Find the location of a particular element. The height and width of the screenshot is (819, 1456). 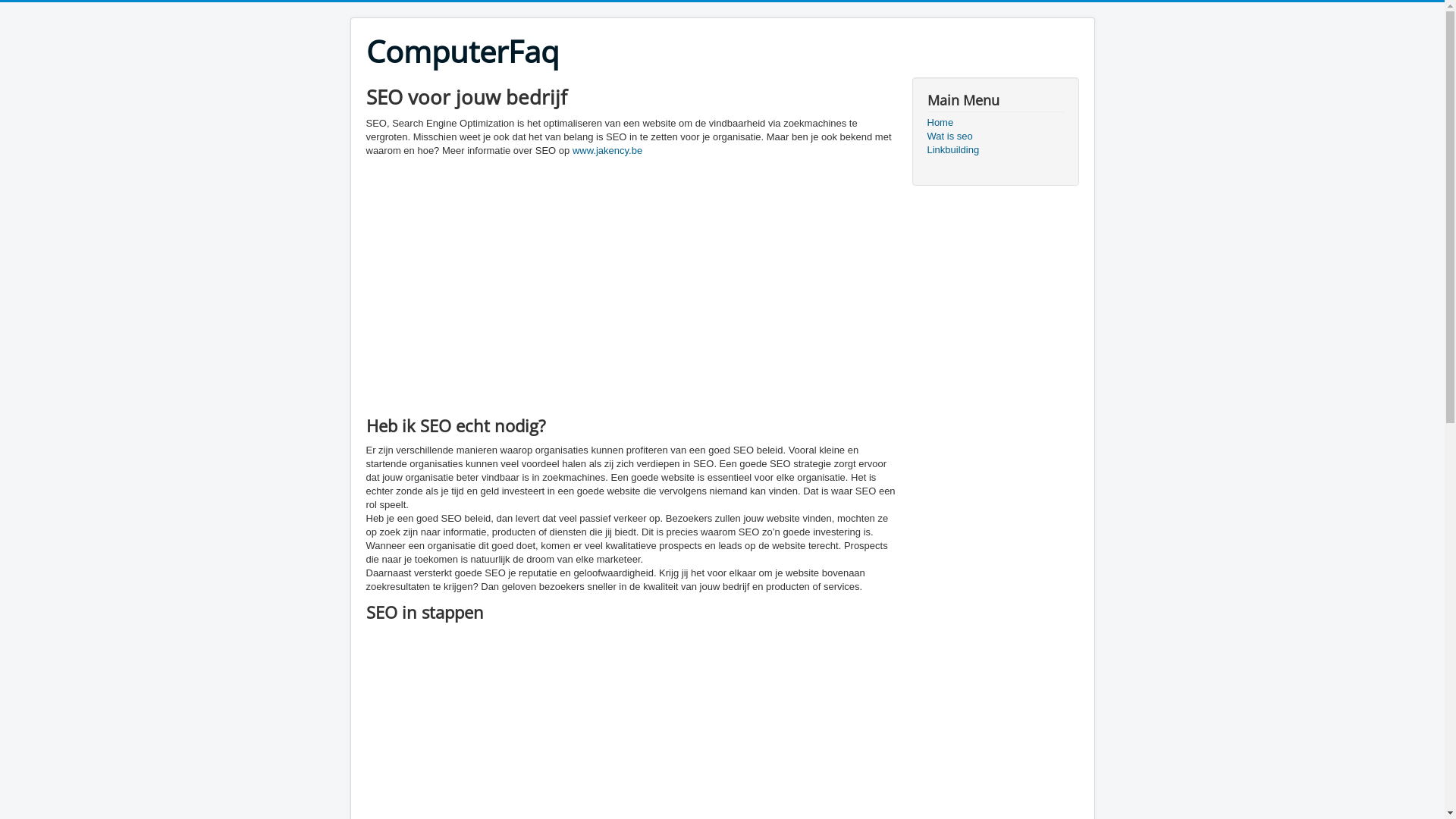

'www.jakency.be' is located at coordinates (607, 150).